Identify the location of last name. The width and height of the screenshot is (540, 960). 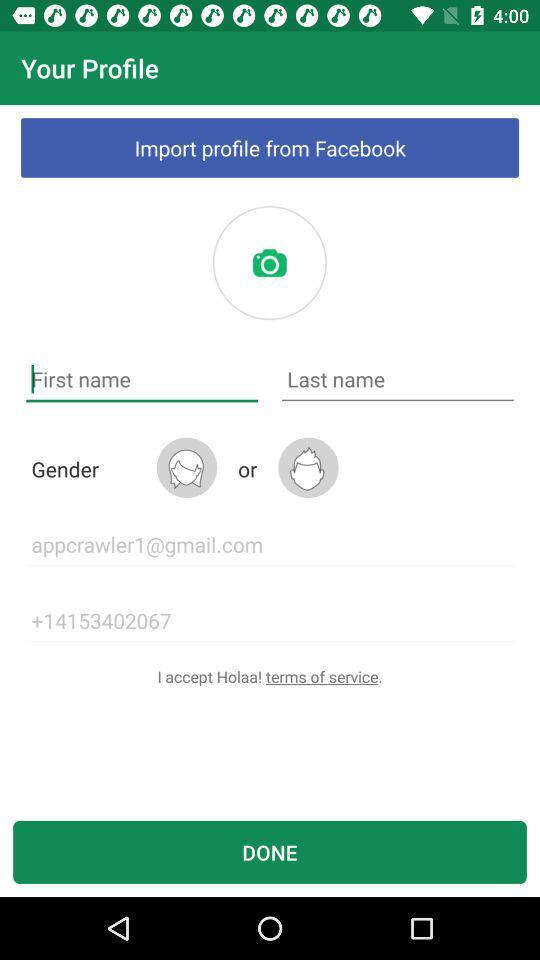
(397, 378).